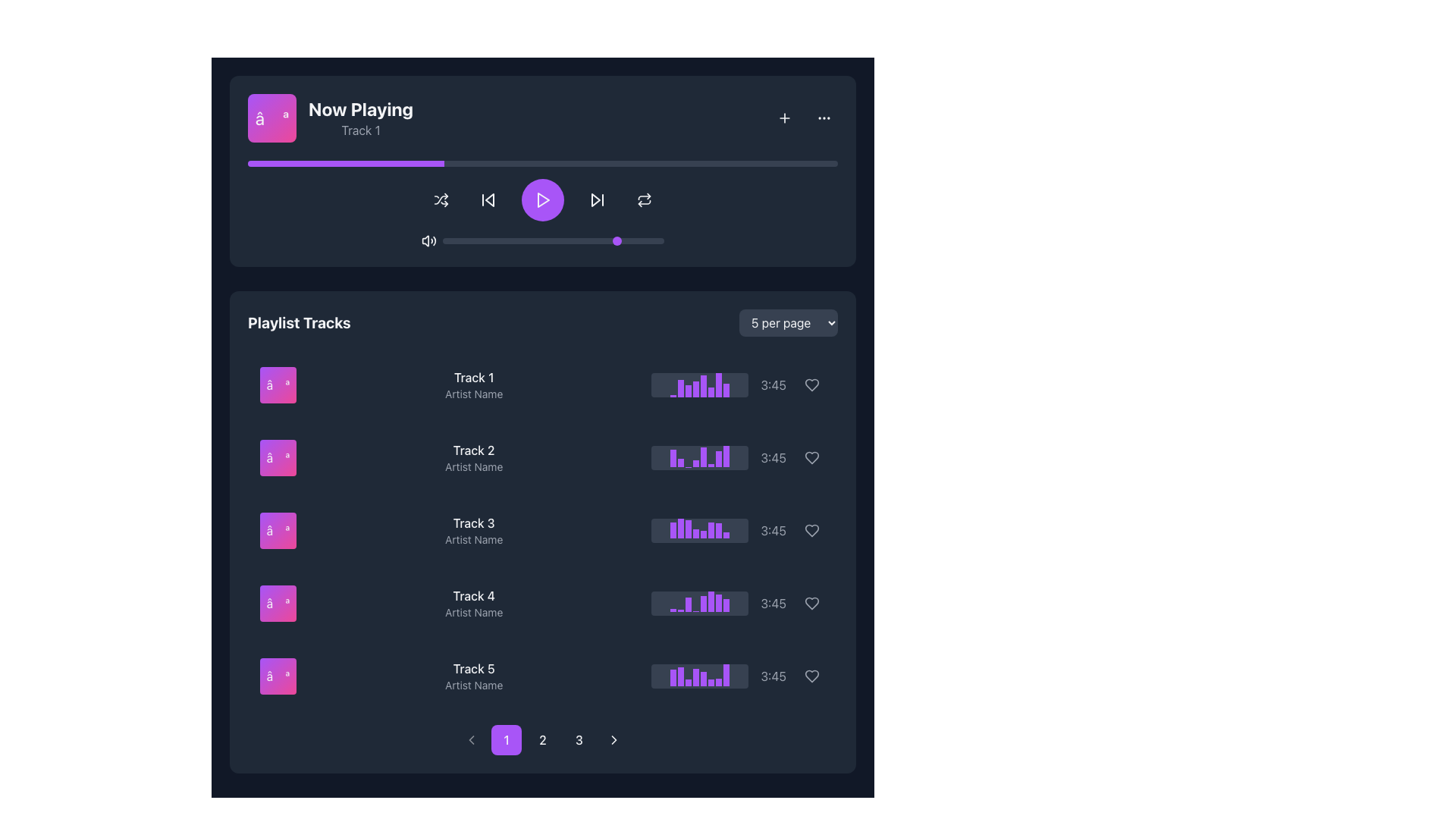 This screenshot has height=819, width=1456. Describe the element at coordinates (299, 322) in the screenshot. I see `the Text Label that serves as a title for the section listing playlist tracks, located just below the 'Now Playing' area and to the left of the dropdown menu for '5 per page'` at that location.